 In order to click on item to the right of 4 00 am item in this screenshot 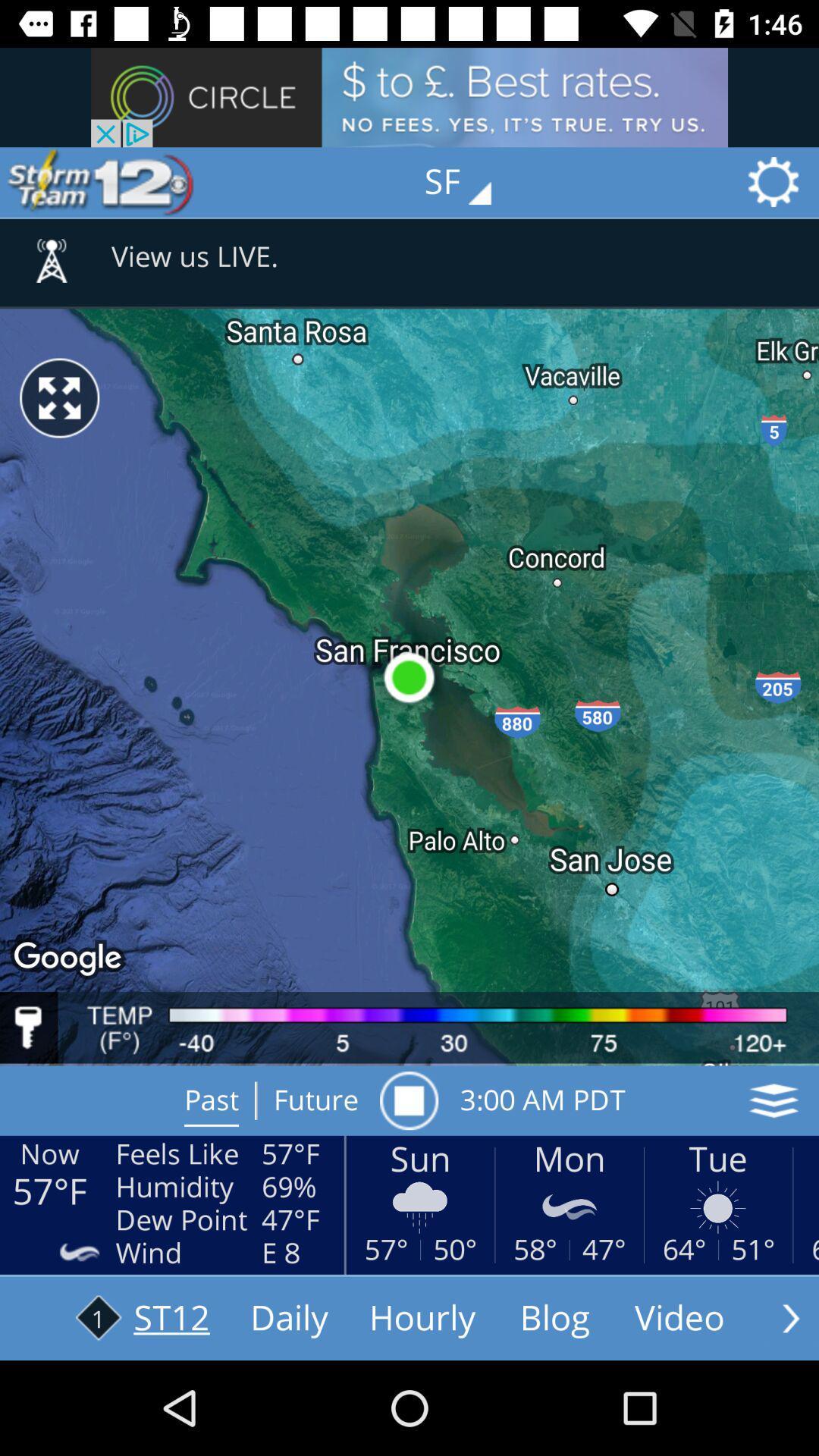, I will do `click(773, 1100)`.